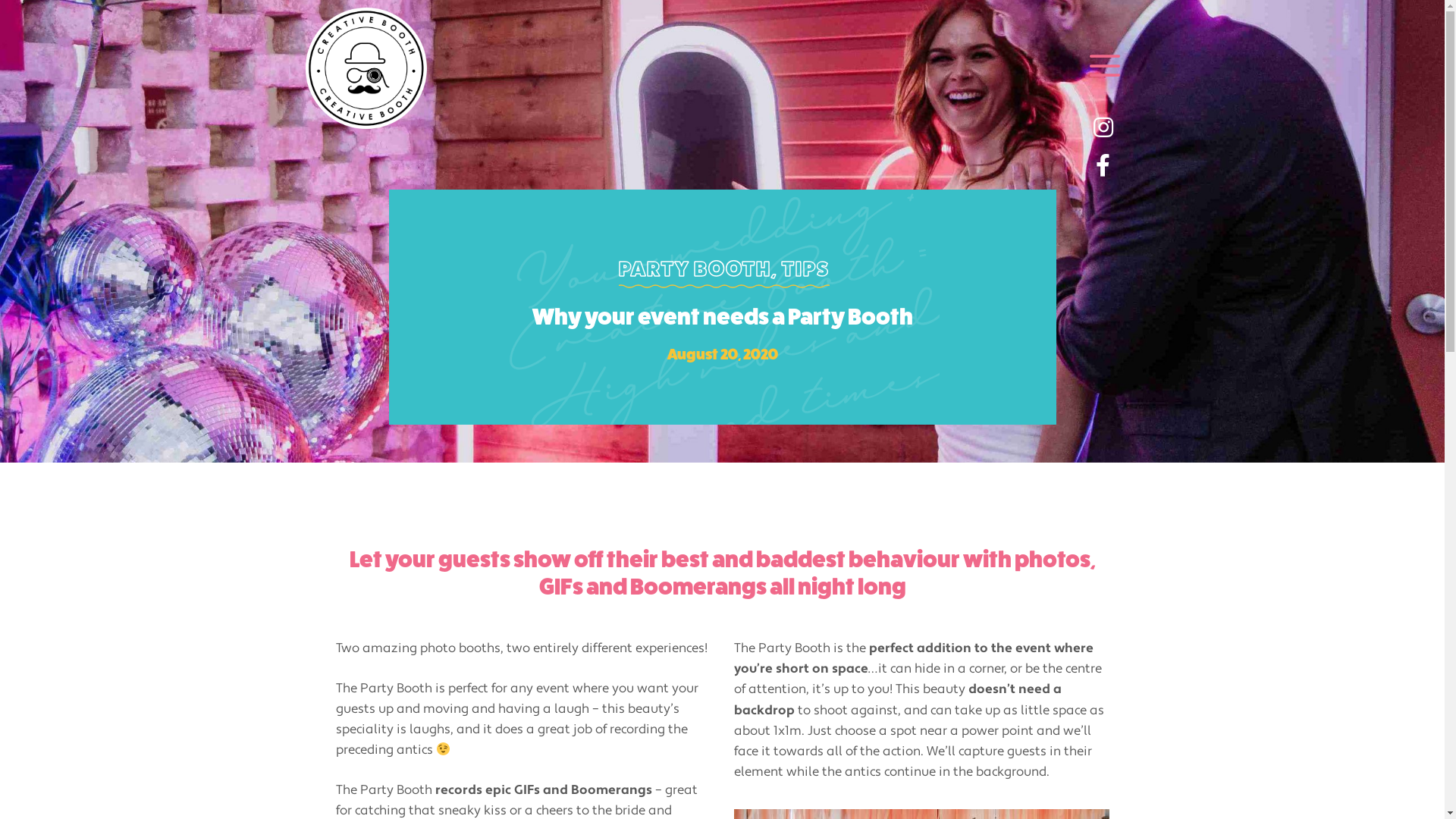  Describe the element at coordinates (694, 268) in the screenshot. I see `'PARTY BOOTH'` at that location.